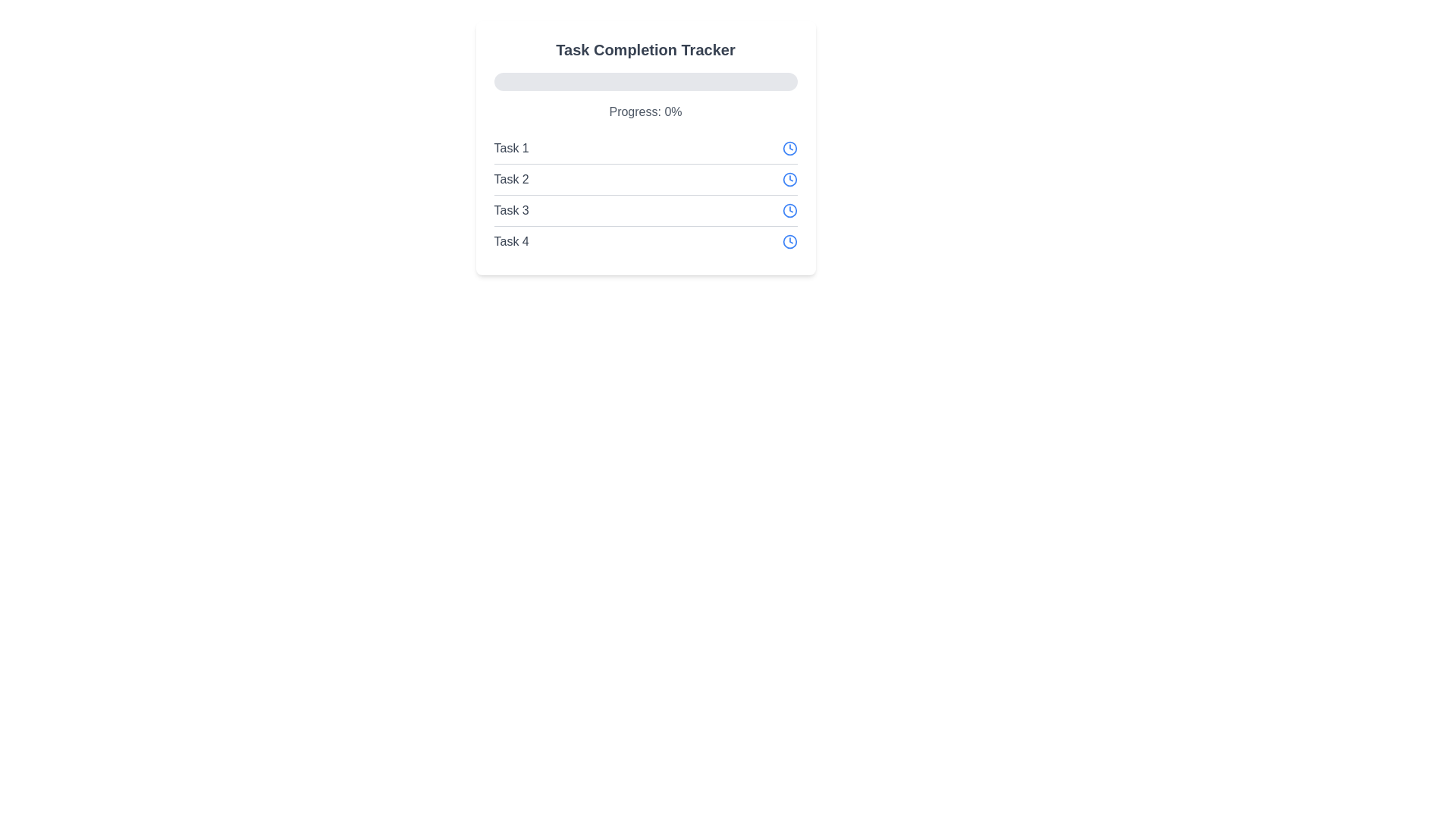 This screenshot has width=1456, height=819. Describe the element at coordinates (789, 149) in the screenshot. I see `the interactive clock button in the 'Task Completion Tracker'` at that location.